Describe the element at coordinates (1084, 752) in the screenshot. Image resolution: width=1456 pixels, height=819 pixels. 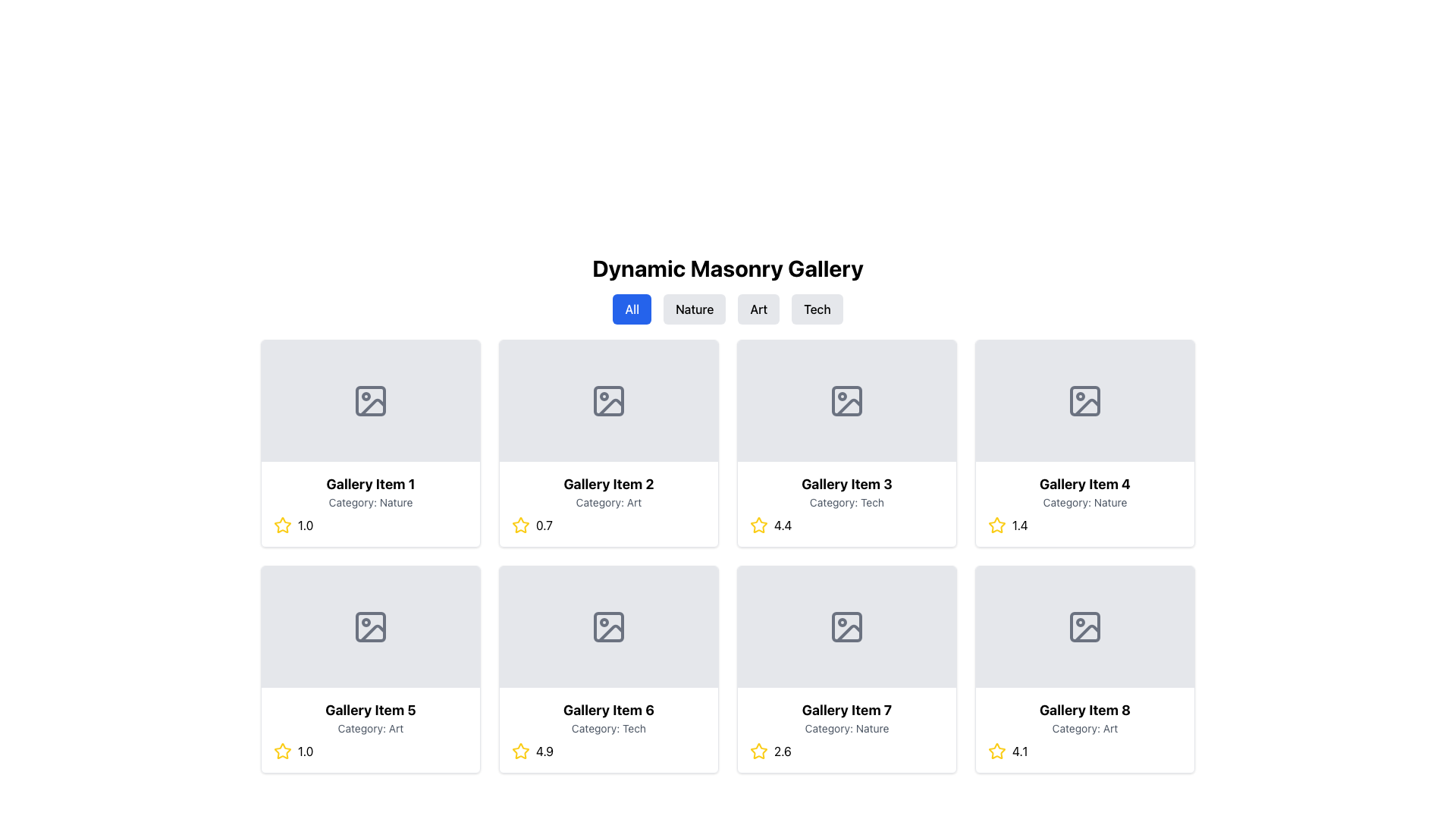
I see `the rating value '4.1' displayed to the right of the yellow star icon in the Rating display component located within 'Gallery Item 8' card` at that location.